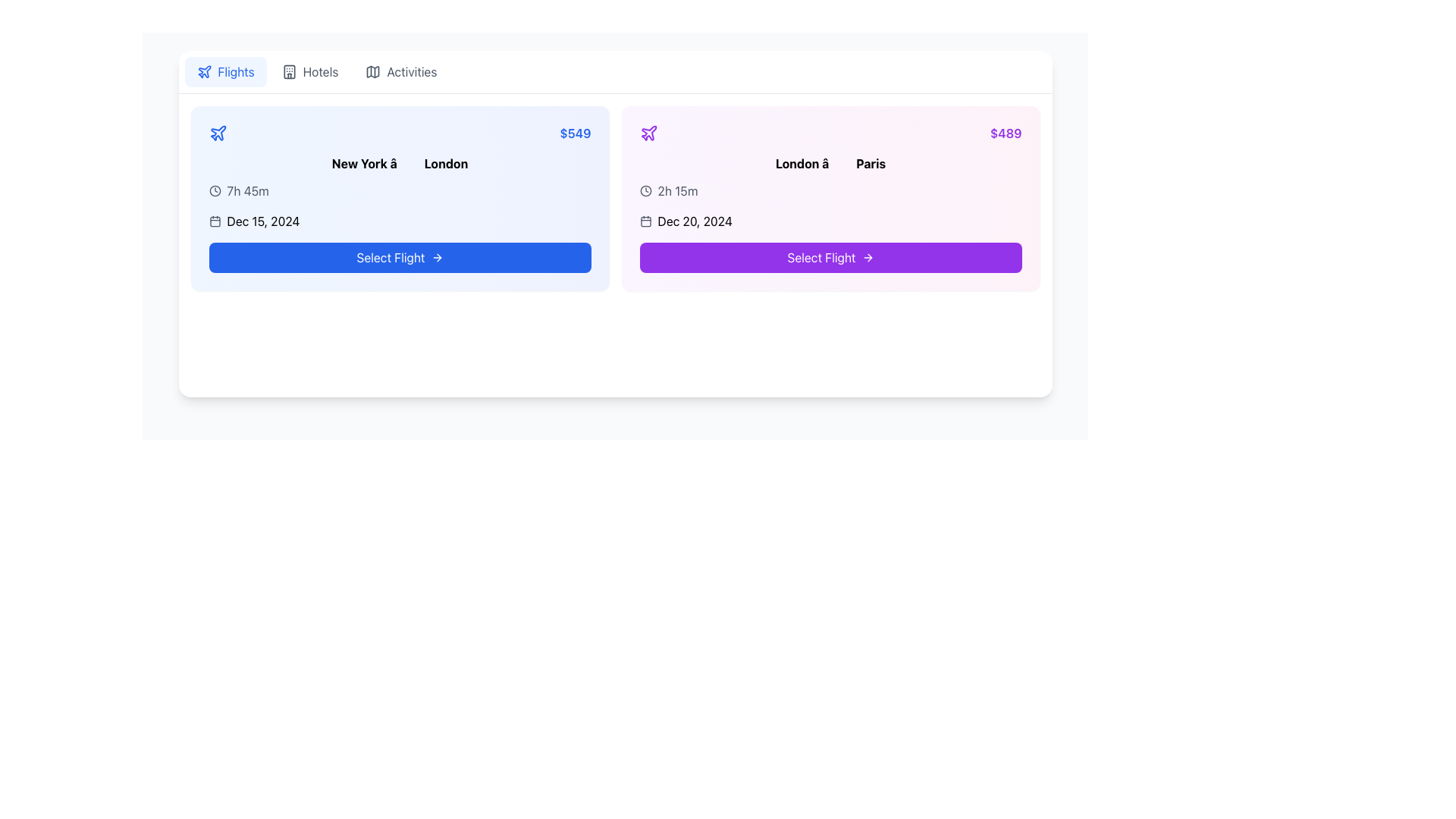 The width and height of the screenshot is (1456, 819). Describe the element at coordinates (214, 190) in the screenshot. I see `accessibility metadata of the central circular part of the clock icon, which serves as the clock face outline in the second card of the interface` at that location.